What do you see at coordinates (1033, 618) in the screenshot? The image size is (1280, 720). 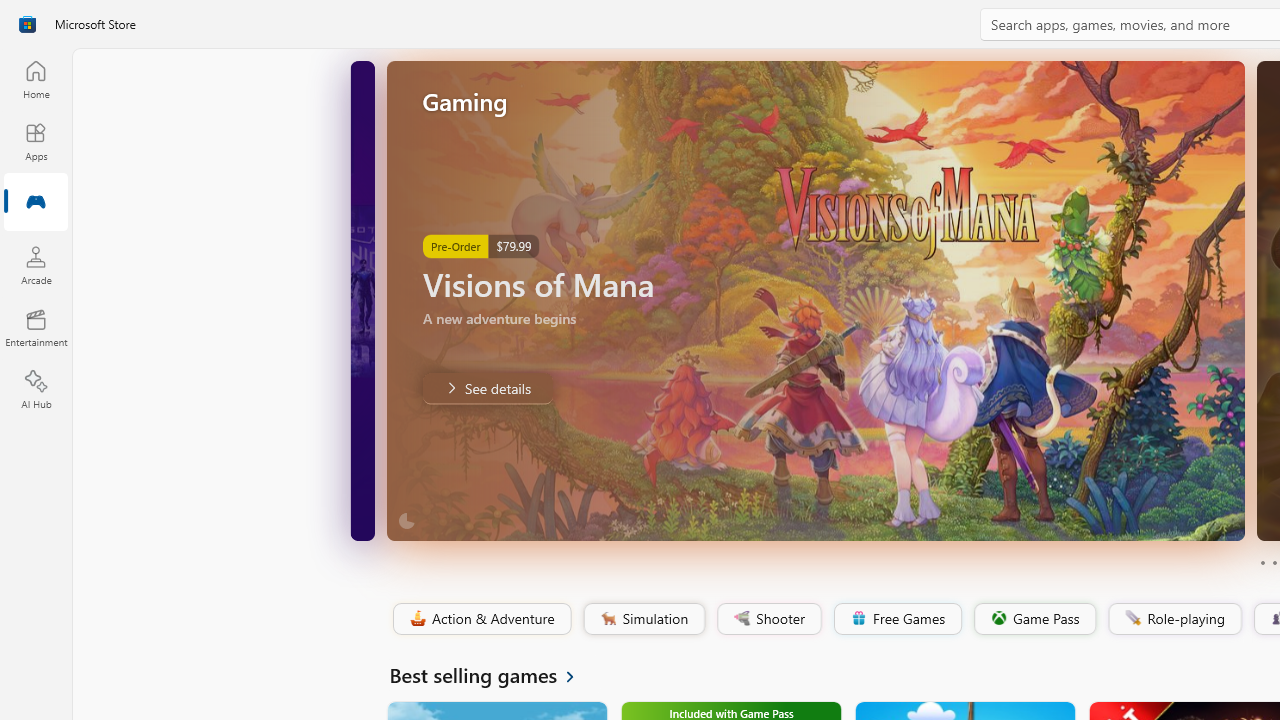 I see `'Game Pass'` at bounding box center [1033, 618].